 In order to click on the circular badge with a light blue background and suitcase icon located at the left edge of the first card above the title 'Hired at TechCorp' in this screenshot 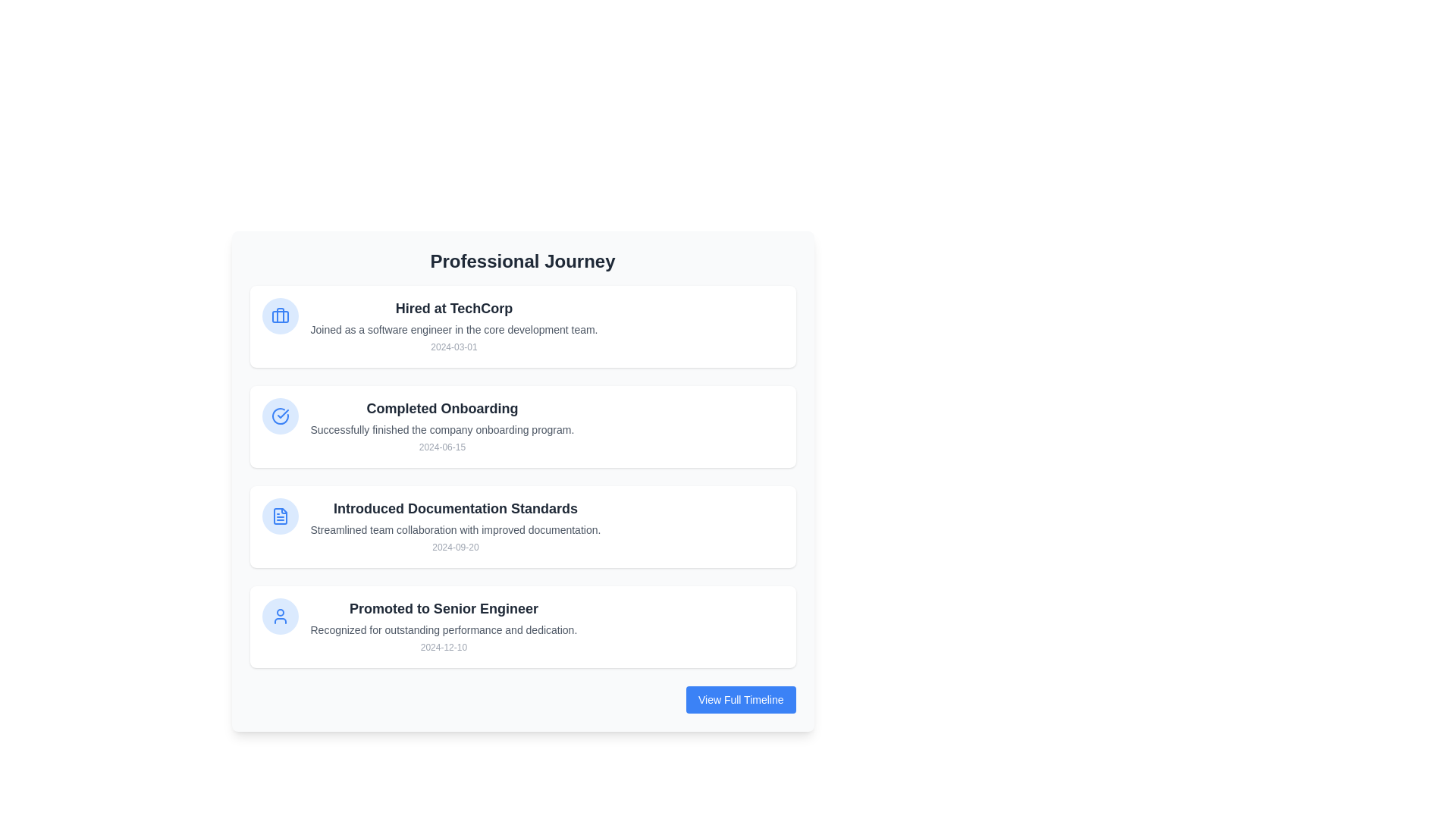, I will do `click(280, 315)`.